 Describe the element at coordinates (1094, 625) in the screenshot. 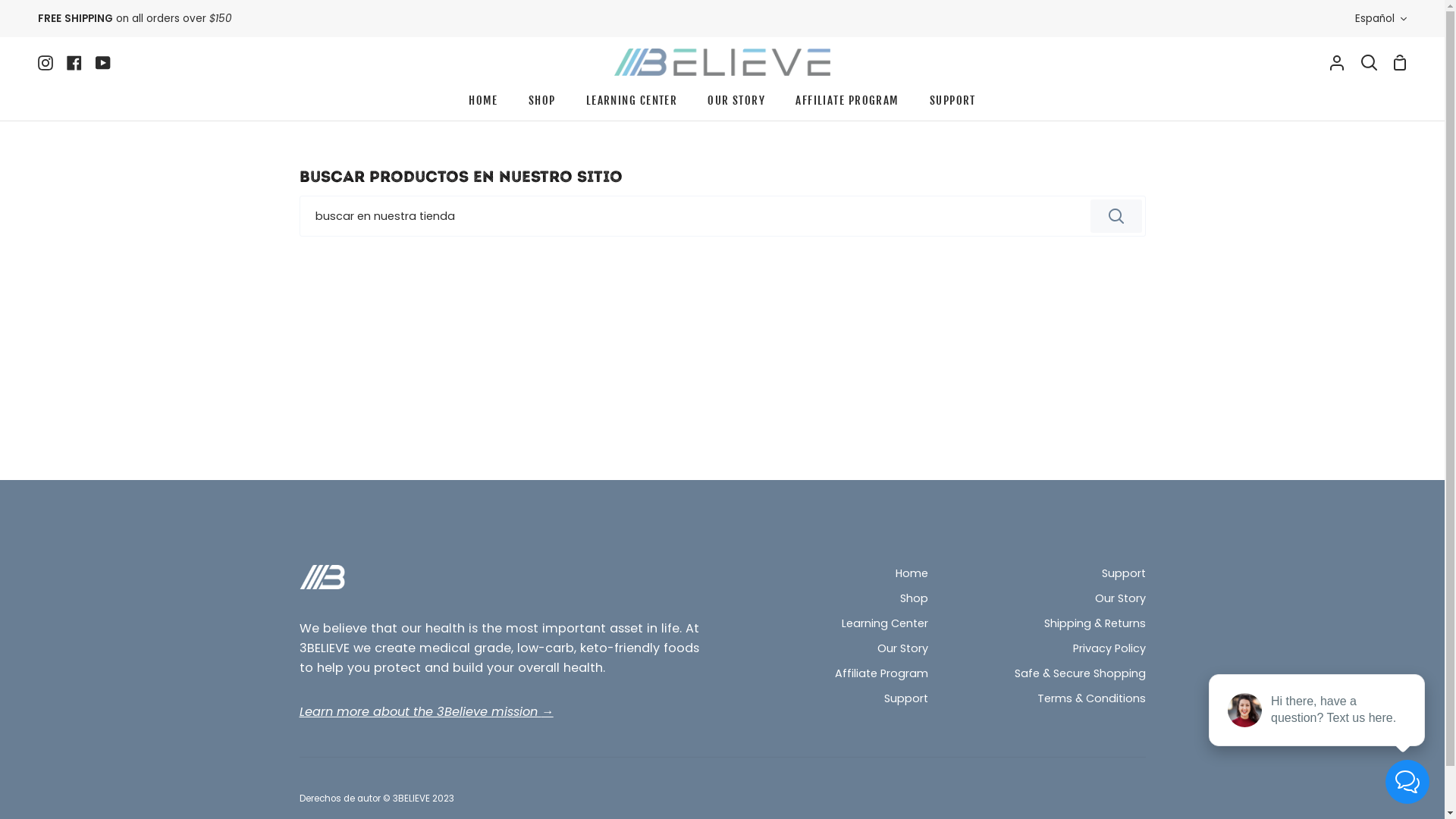

I see `'Shipping & Returns'` at that location.